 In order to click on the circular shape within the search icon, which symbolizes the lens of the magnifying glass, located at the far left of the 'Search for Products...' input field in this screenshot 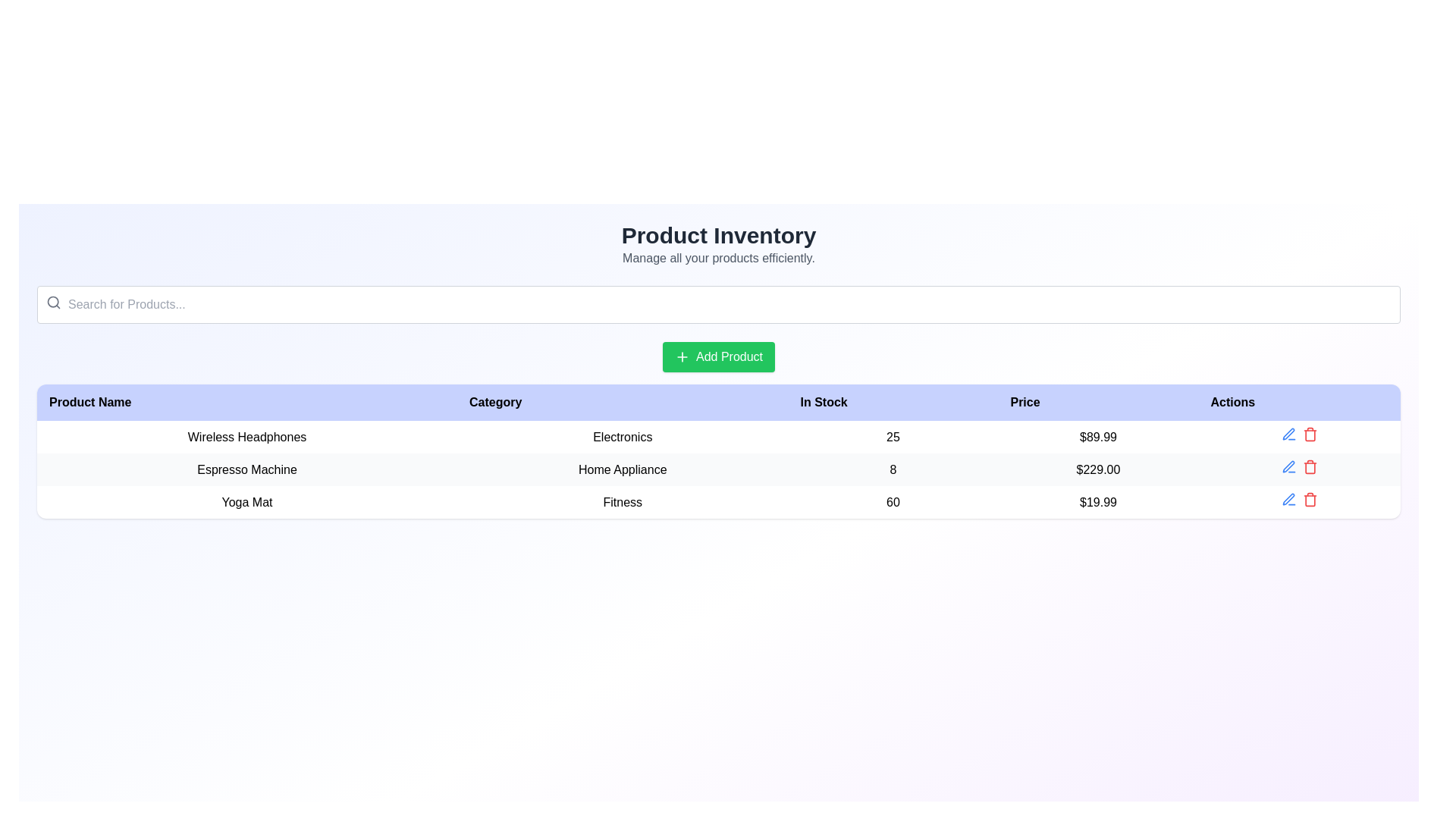, I will do `click(53, 302)`.